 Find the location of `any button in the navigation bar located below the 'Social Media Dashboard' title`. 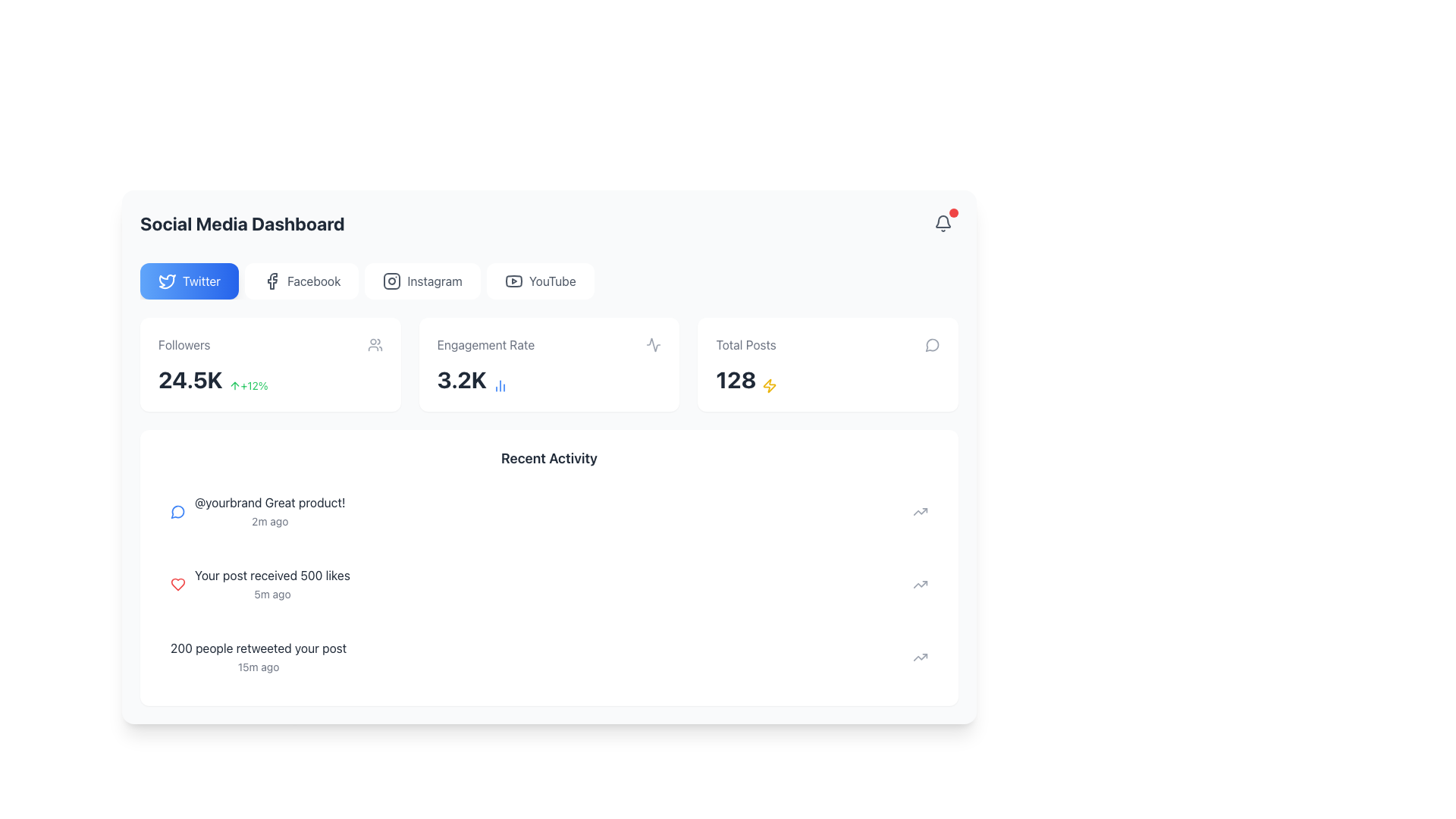

any button in the navigation bar located below the 'Social Media Dashboard' title is located at coordinates (548, 281).